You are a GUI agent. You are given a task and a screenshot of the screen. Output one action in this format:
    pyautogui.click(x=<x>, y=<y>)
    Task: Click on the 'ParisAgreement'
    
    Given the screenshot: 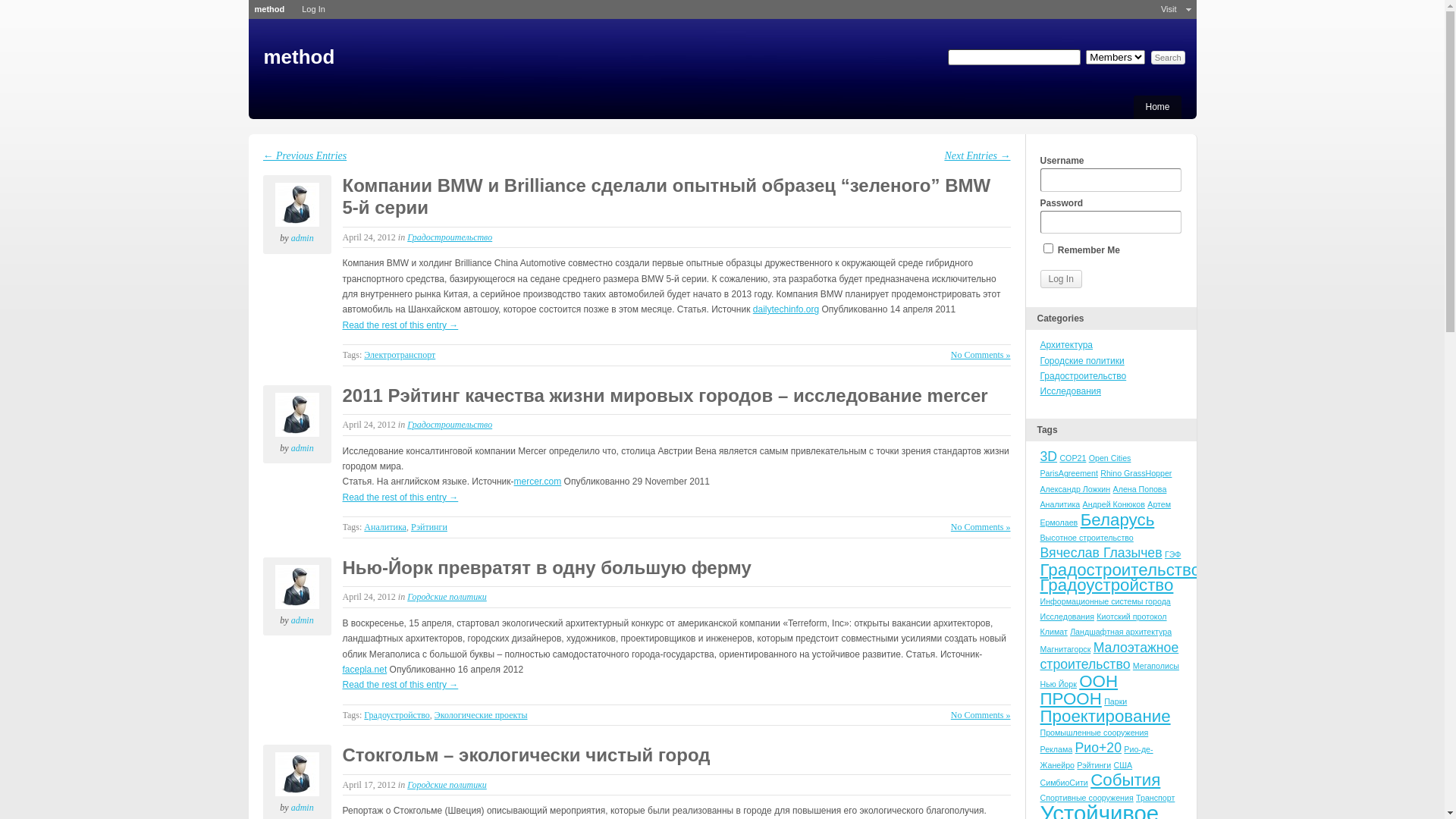 What is the action you would take?
    pyautogui.click(x=1068, y=472)
    